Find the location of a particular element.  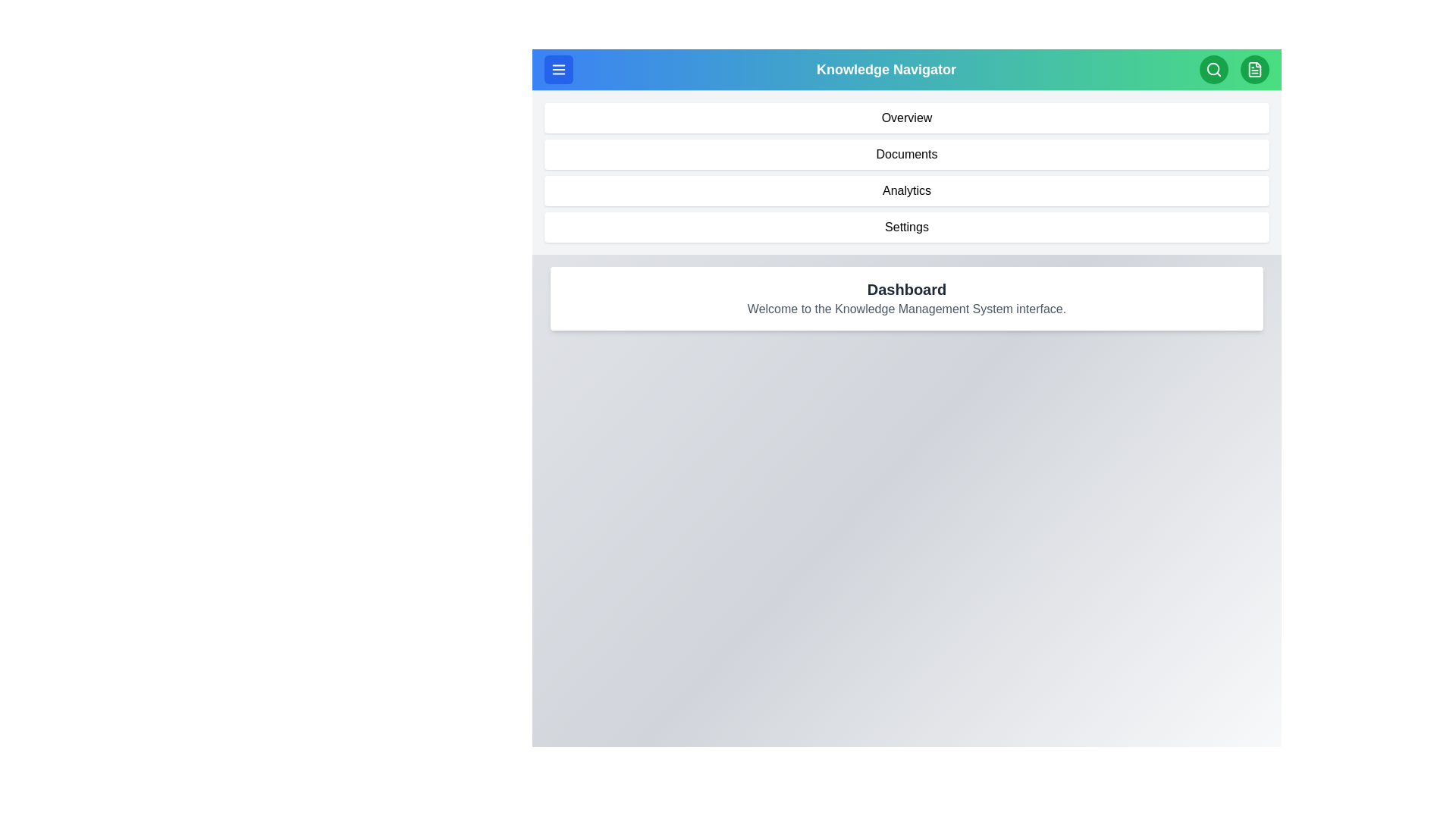

the menu toggle button to change the menu visibility is located at coordinates (558, 70).